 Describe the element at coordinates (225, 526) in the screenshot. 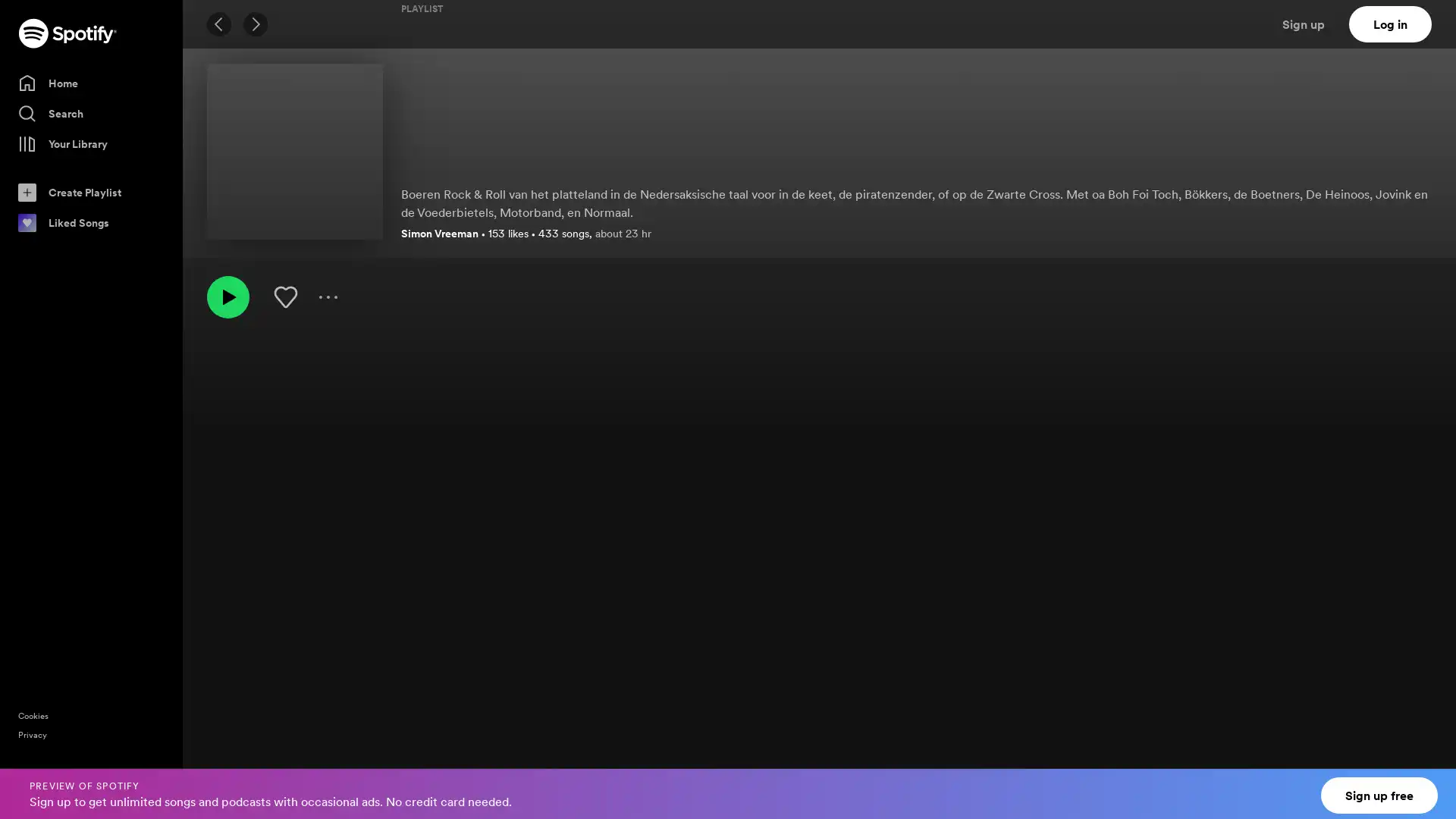

I see `Play Los by Band Hik Hummelo` at that location.